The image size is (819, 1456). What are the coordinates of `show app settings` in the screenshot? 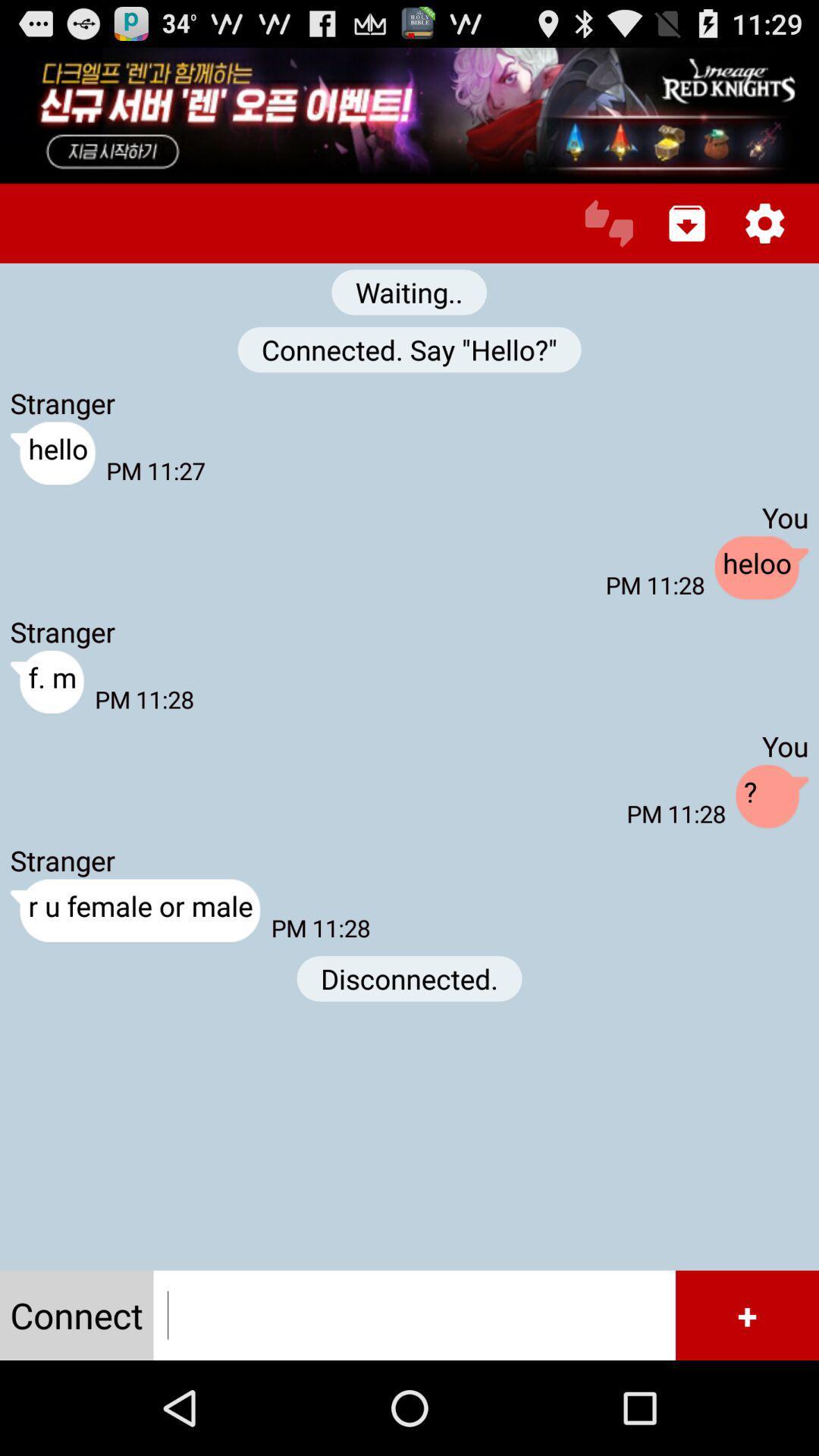 It's located at (764, 222).